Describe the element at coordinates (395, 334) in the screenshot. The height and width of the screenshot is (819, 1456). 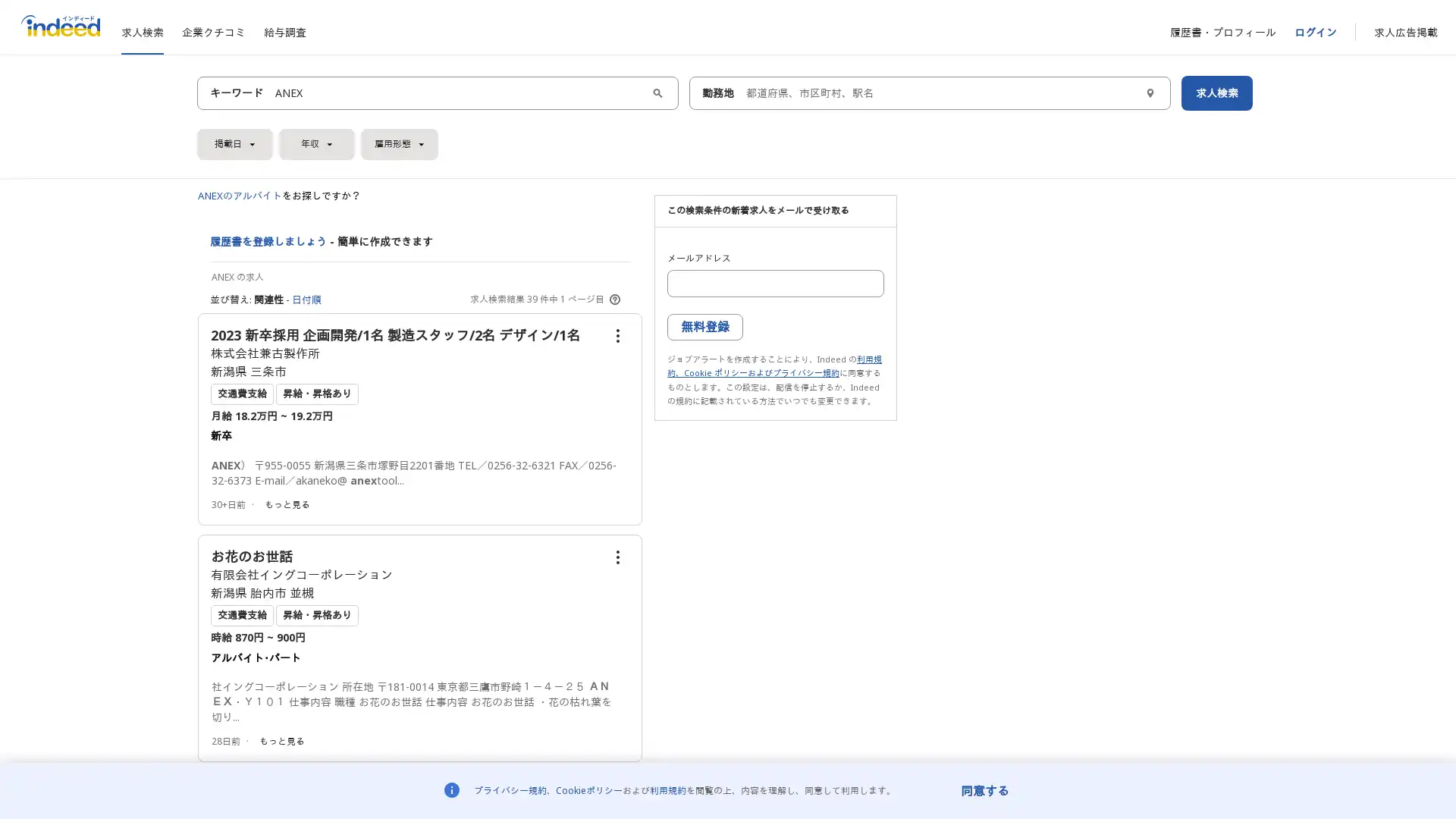
I see `2023  /1 /2 /1` at that location.